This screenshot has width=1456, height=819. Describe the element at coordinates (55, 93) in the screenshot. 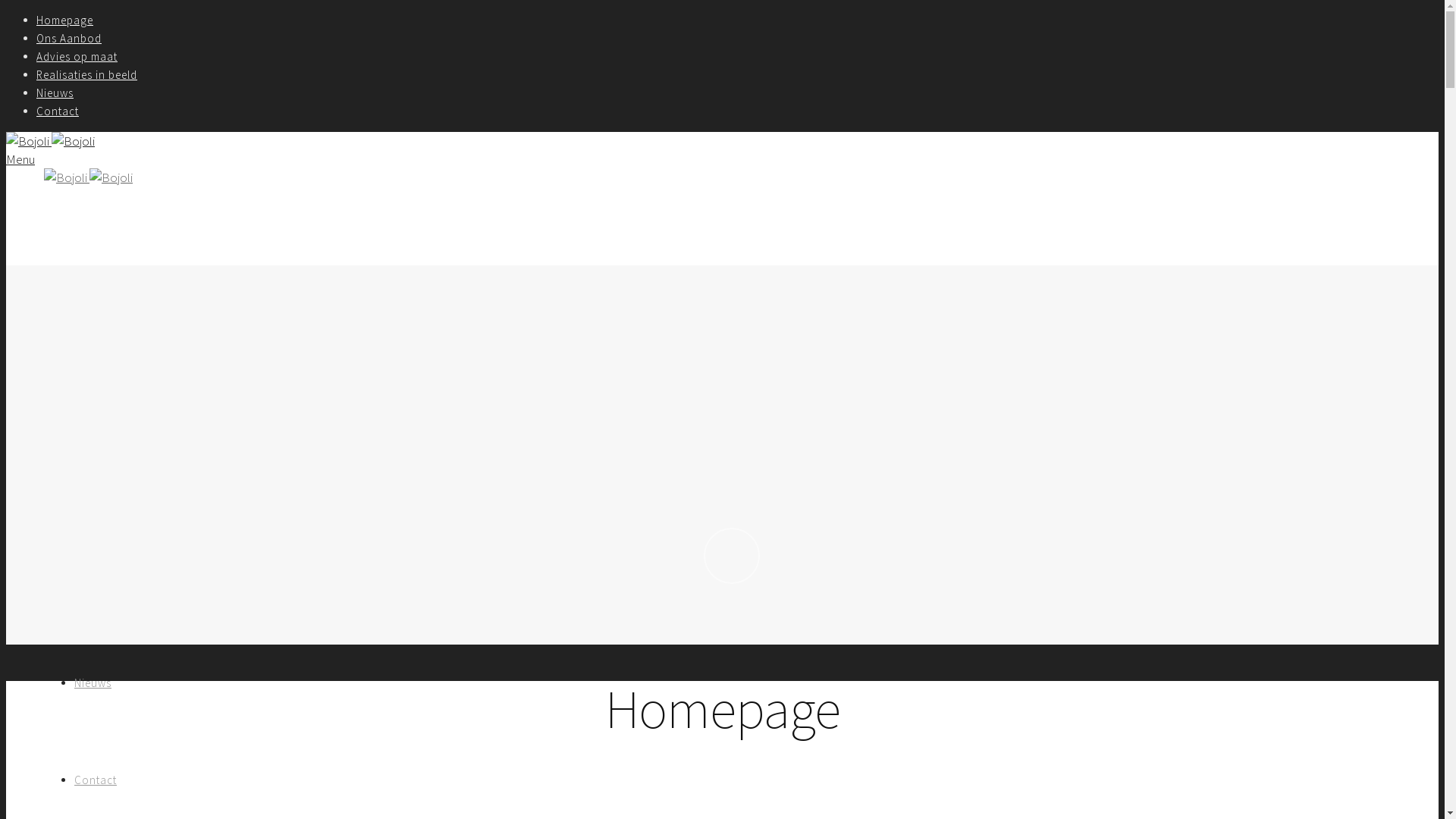

I see `'Nieuws'` at that location.